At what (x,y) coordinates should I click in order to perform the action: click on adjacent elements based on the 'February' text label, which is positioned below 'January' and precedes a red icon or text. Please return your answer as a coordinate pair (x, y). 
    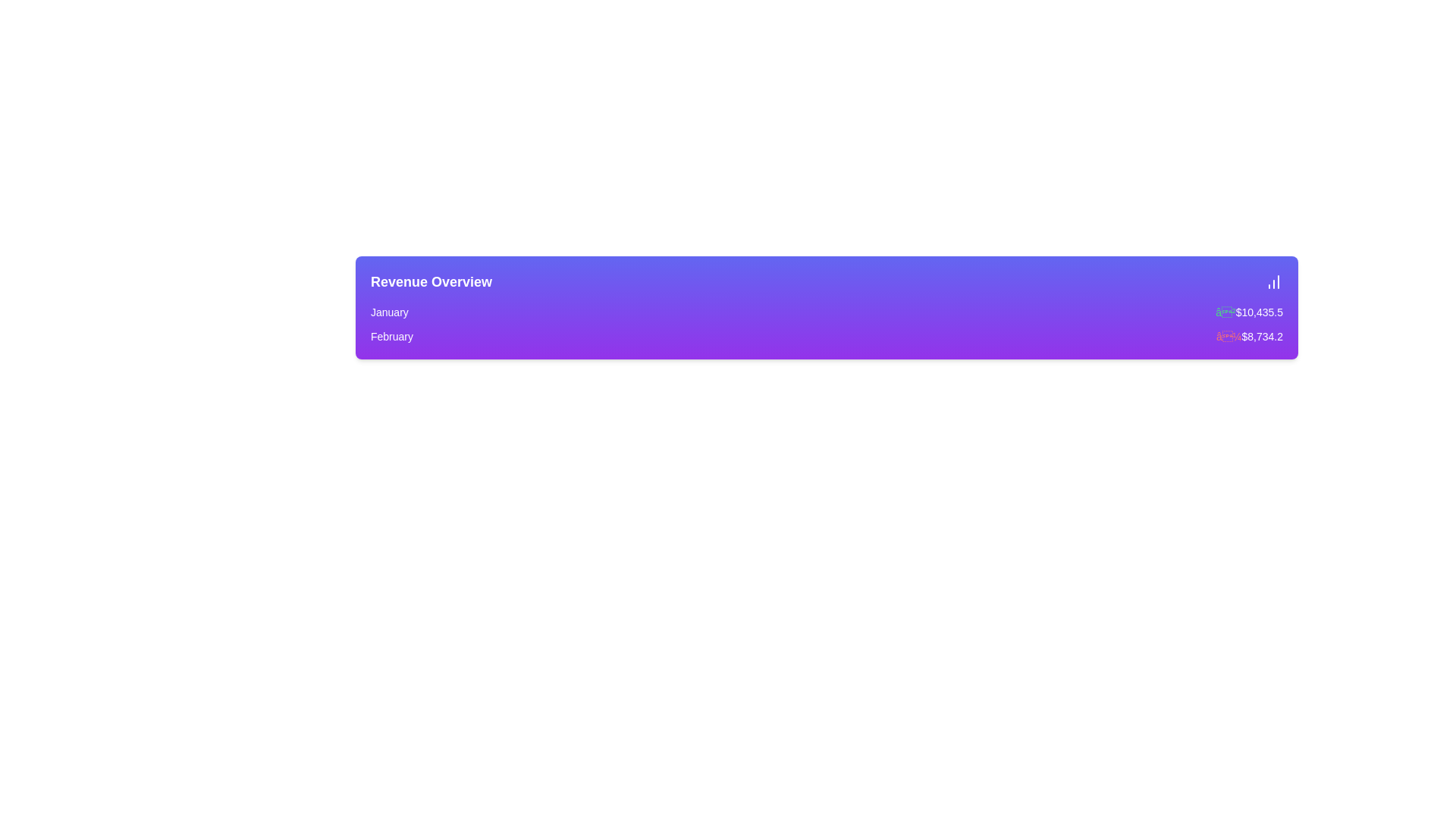
    Looking at the image, I should click on (392, 335).